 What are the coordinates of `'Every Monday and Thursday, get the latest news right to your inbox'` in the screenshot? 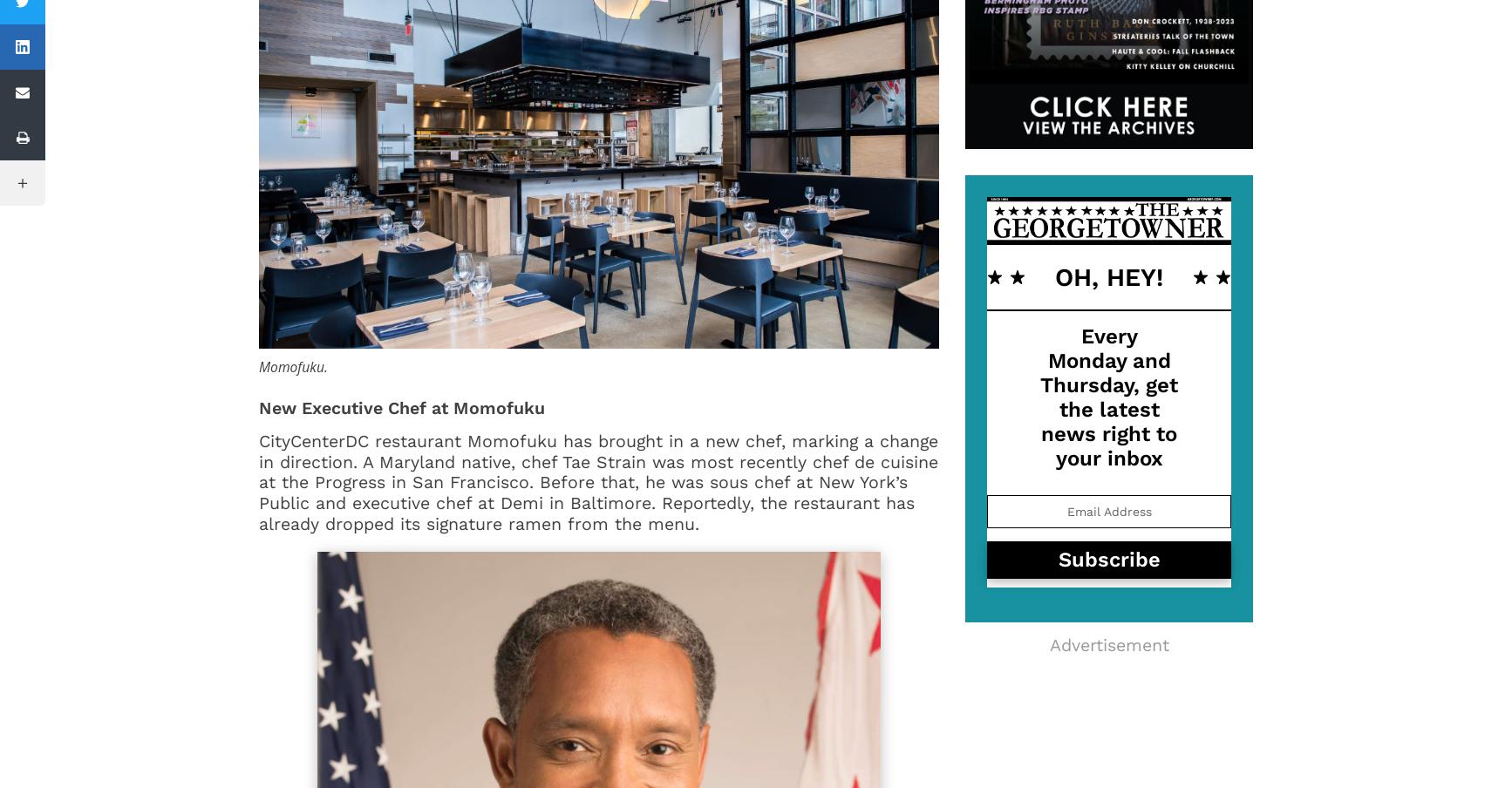 It's located at (1109, 395).